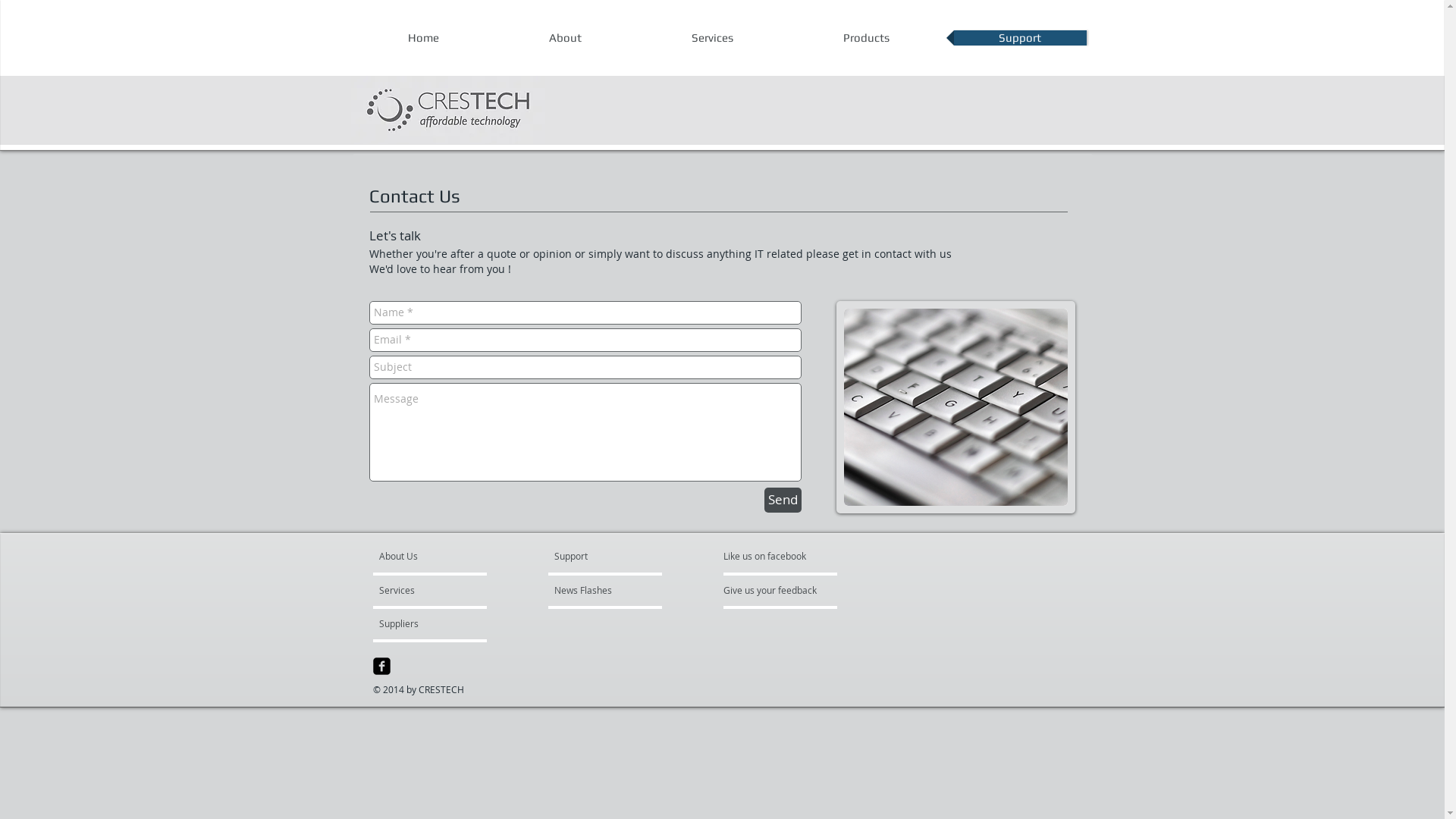 Image resolution: width=1456 pixels, height=819 pixels. What do you see at coordinates (866, 37) in the screenshot?
I see `'Products'` at bounding box center [866, 37].